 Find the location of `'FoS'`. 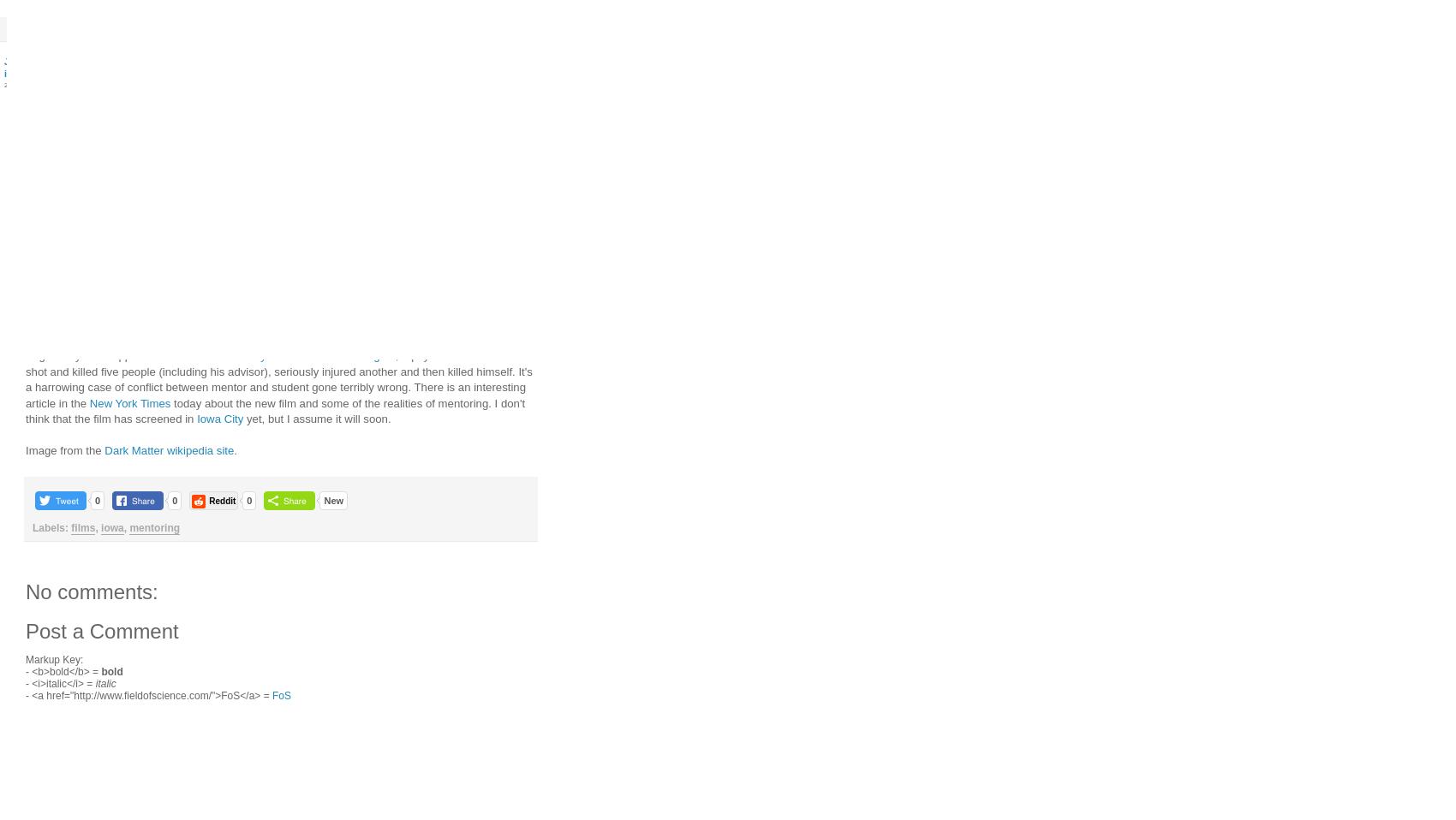

'FoS' is located at coordinates (280, 694).